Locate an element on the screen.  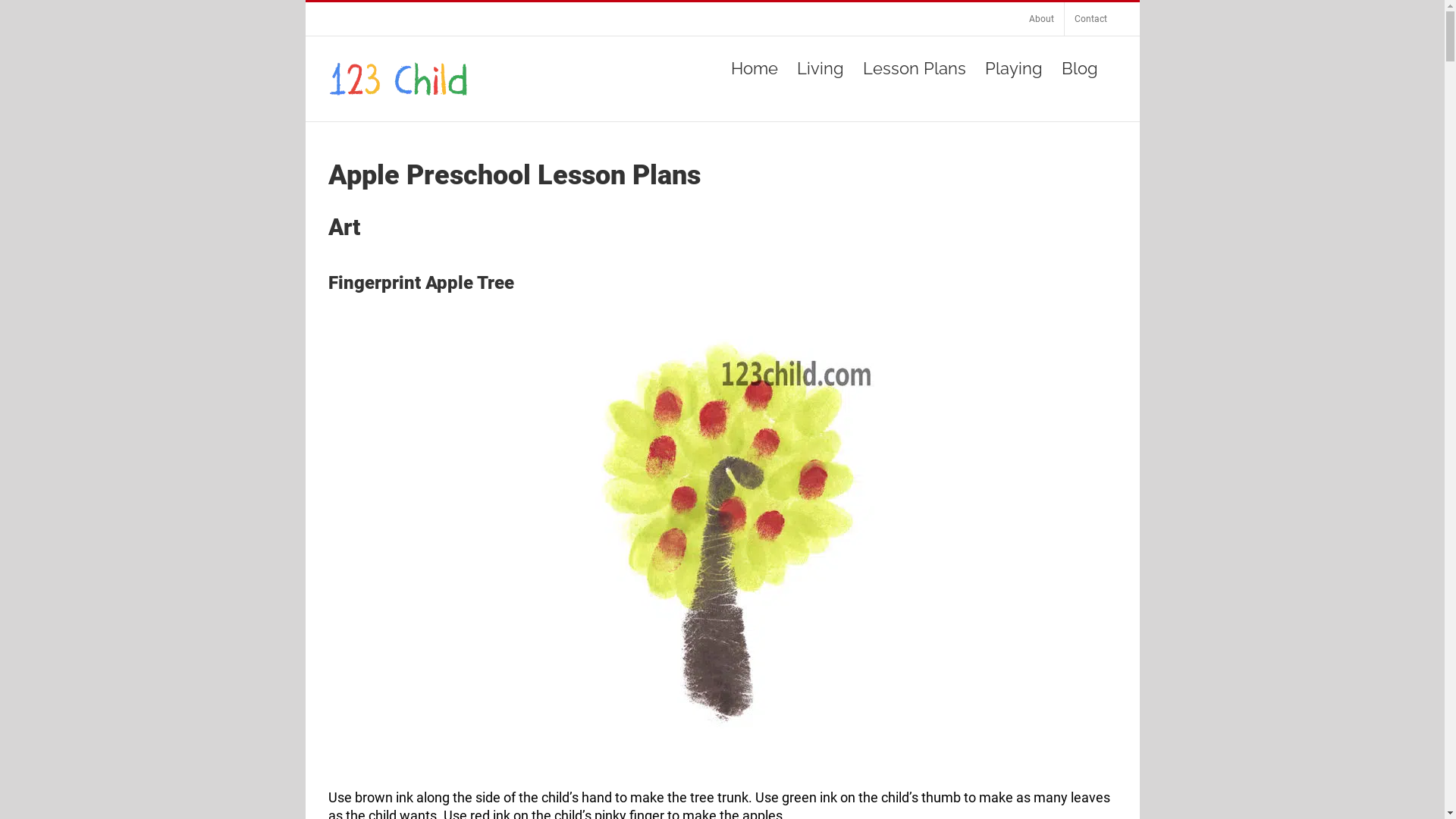
'Lesson Plans' is located at coordinates (913, 67).